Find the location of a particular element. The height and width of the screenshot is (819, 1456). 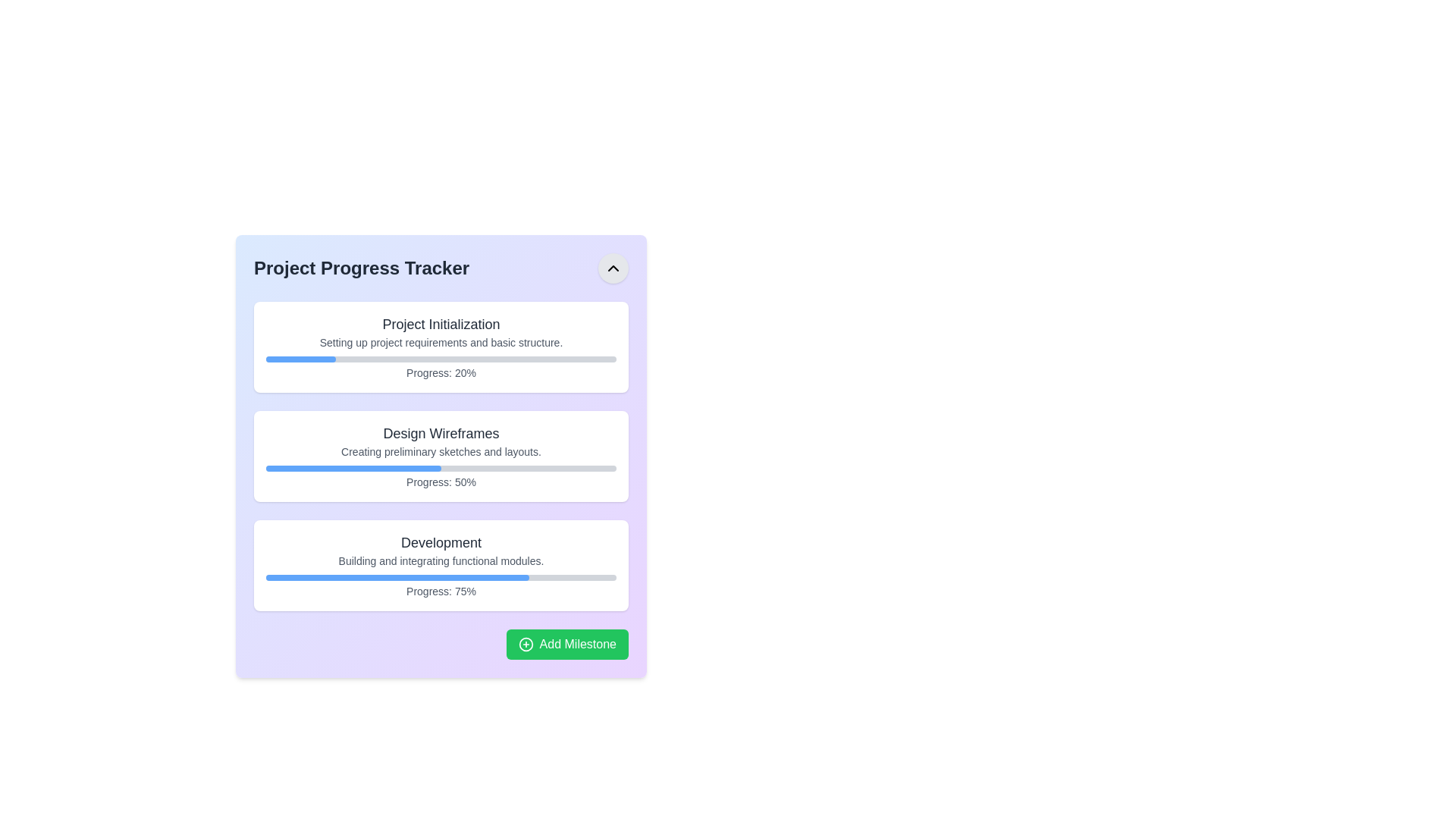

the static text displaying the progress status 'Progress: 75%' located below the progress bar in the 'Development' section is located at coordinates (440, 590).